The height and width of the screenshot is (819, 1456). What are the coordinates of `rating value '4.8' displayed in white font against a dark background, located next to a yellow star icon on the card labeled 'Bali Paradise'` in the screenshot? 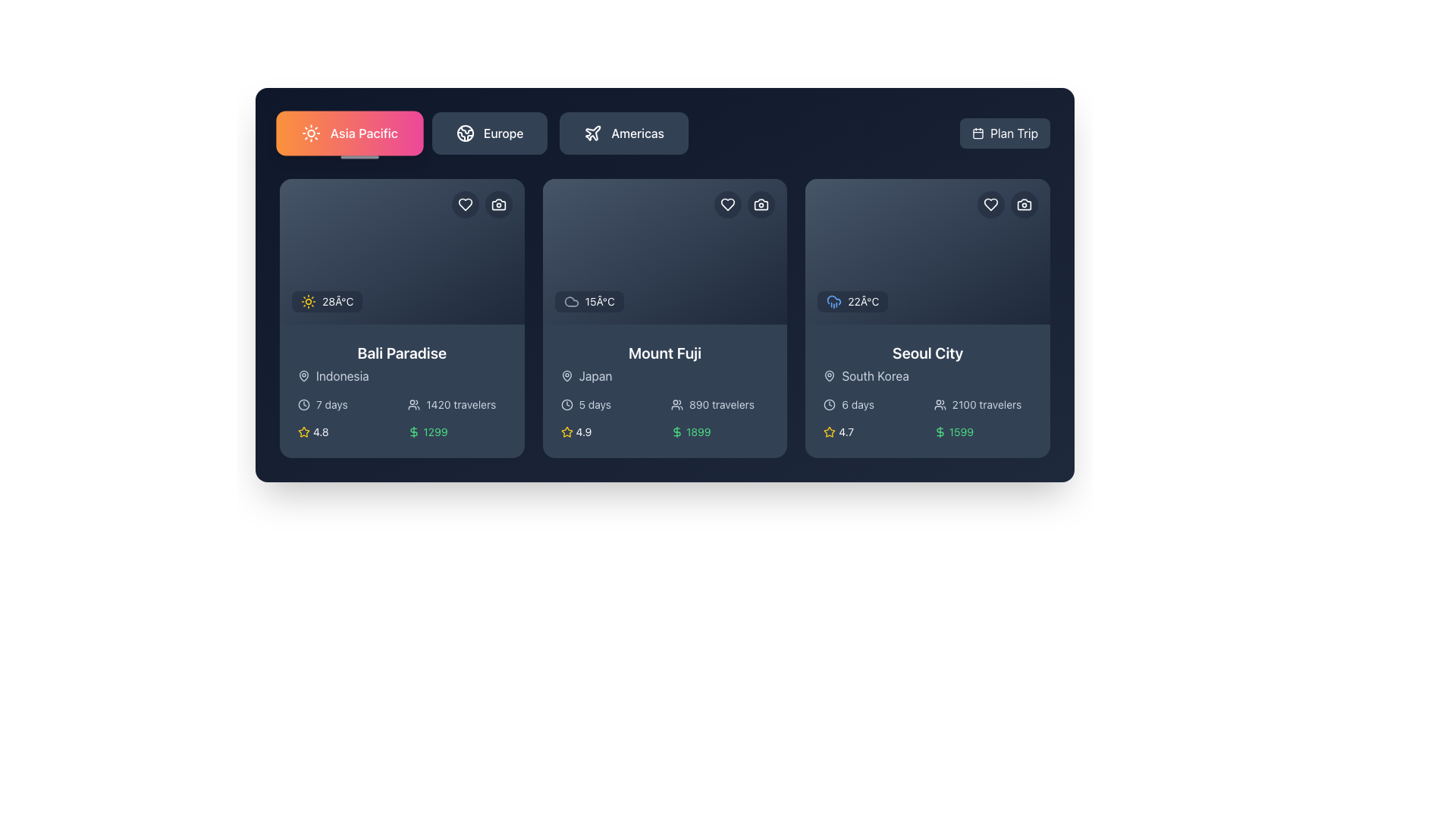 It's located at (320, 432).